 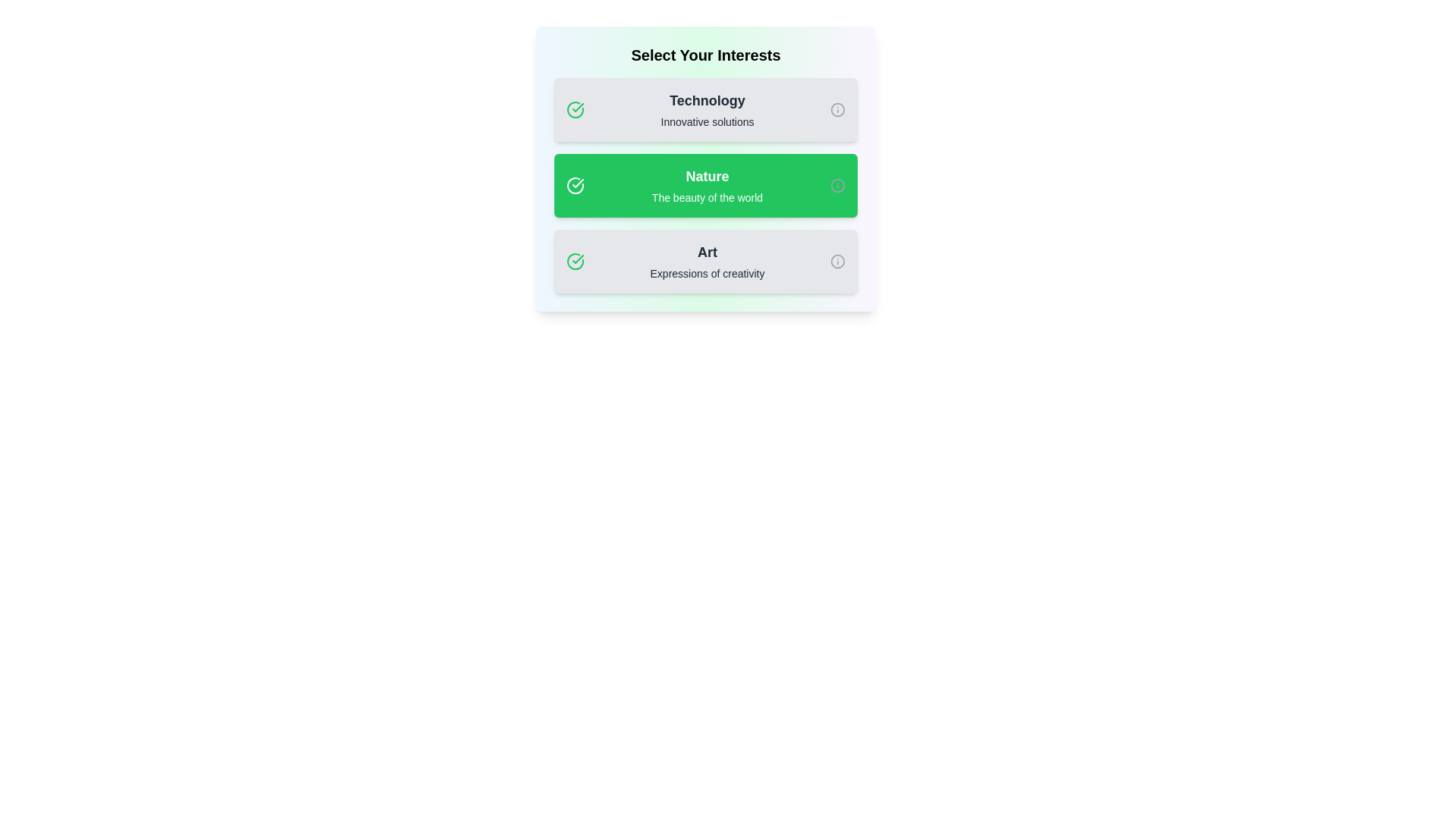 What do you see at coordinates (705, 260) in the screenshot?
I see `the tag labeled Art` at bounding box center [705, 260].